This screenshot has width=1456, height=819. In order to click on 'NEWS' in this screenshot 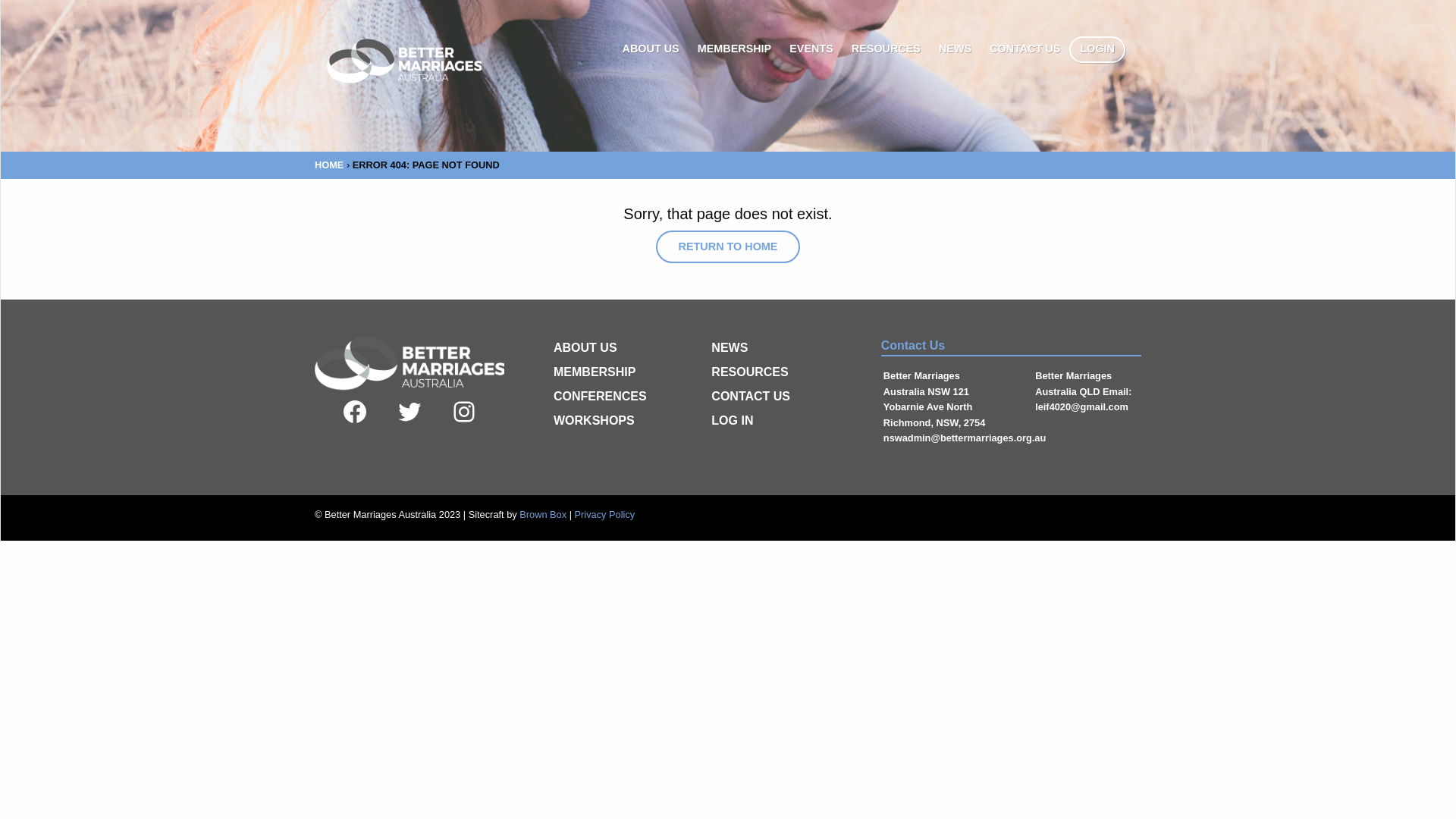, I will do `click(729, 347)`.